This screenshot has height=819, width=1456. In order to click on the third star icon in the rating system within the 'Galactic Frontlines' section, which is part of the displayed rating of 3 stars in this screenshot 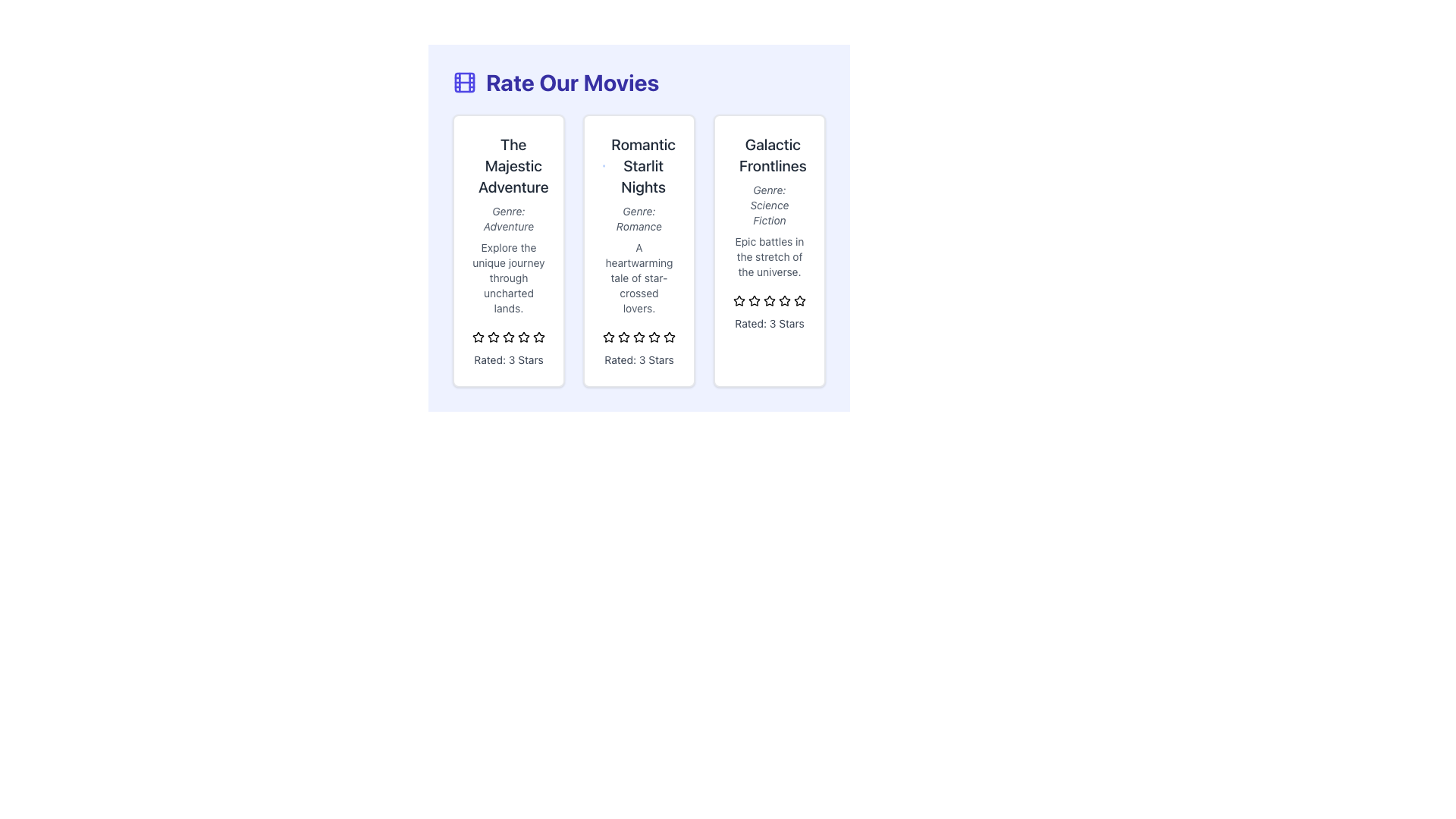, I will do `click(785, 300)`.